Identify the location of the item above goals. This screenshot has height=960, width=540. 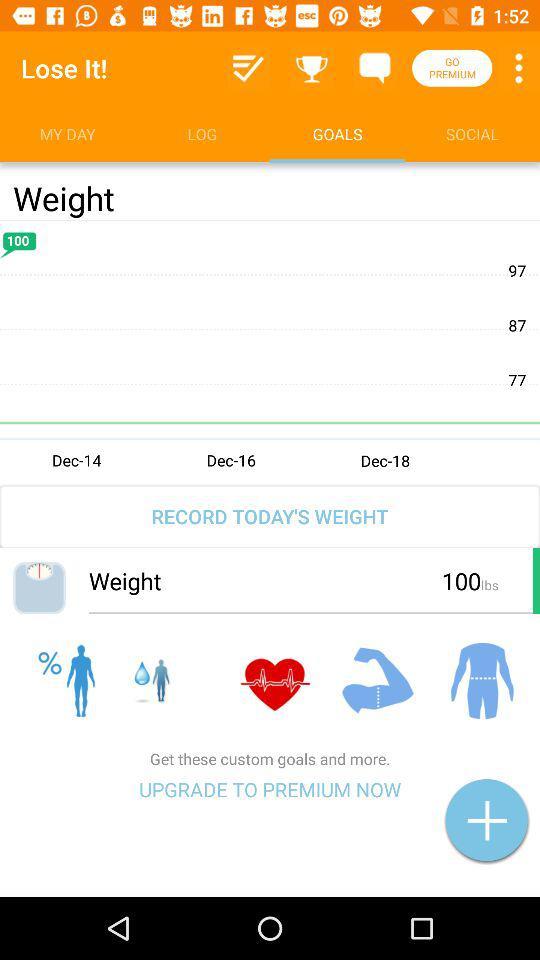
(312, 68).